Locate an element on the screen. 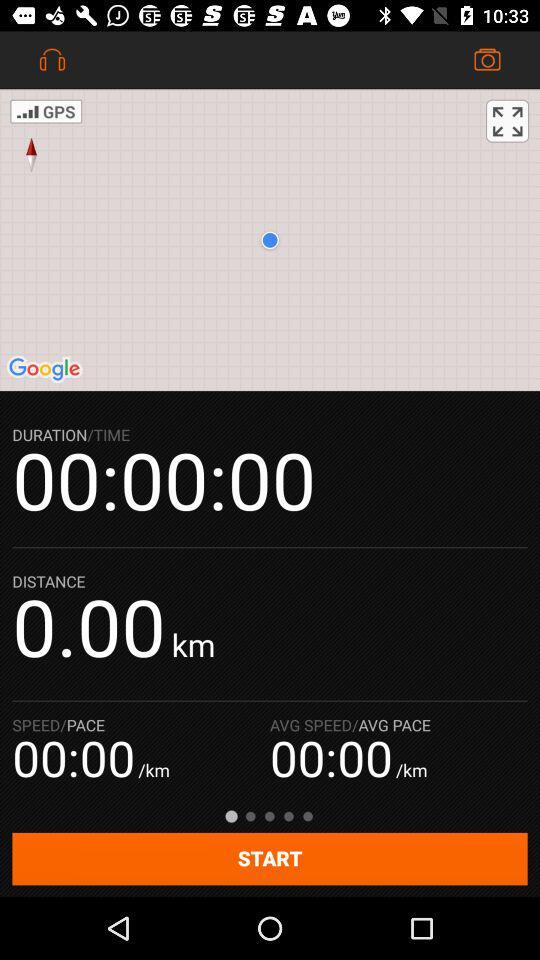  the fullscreen icon is located at coordinates (507, 120).